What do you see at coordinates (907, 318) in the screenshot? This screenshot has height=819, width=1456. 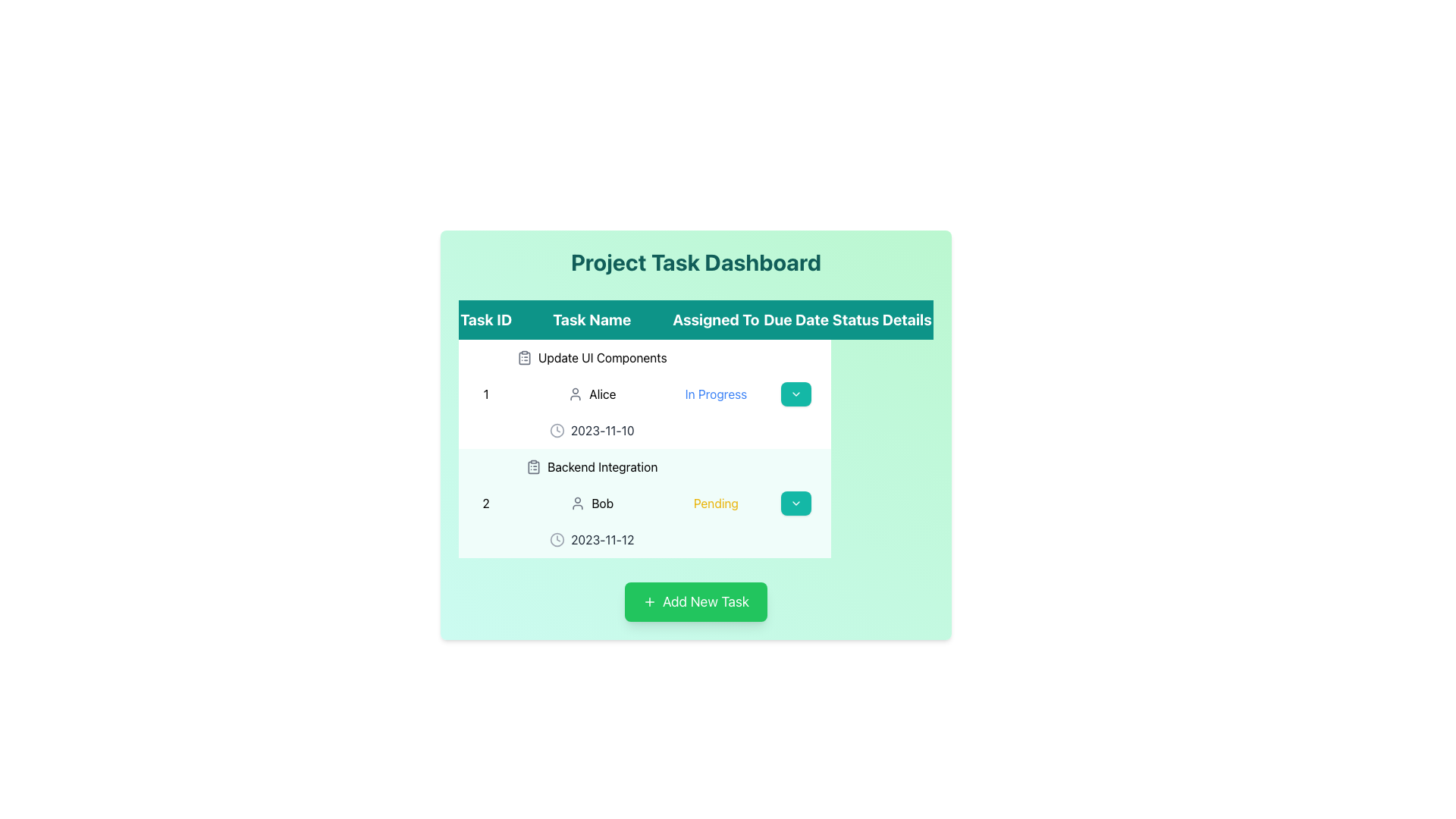 I see `the last text label in the header row, which is located to the far right and adjacent to the 'Status' label` at bounding box center [907, 318].